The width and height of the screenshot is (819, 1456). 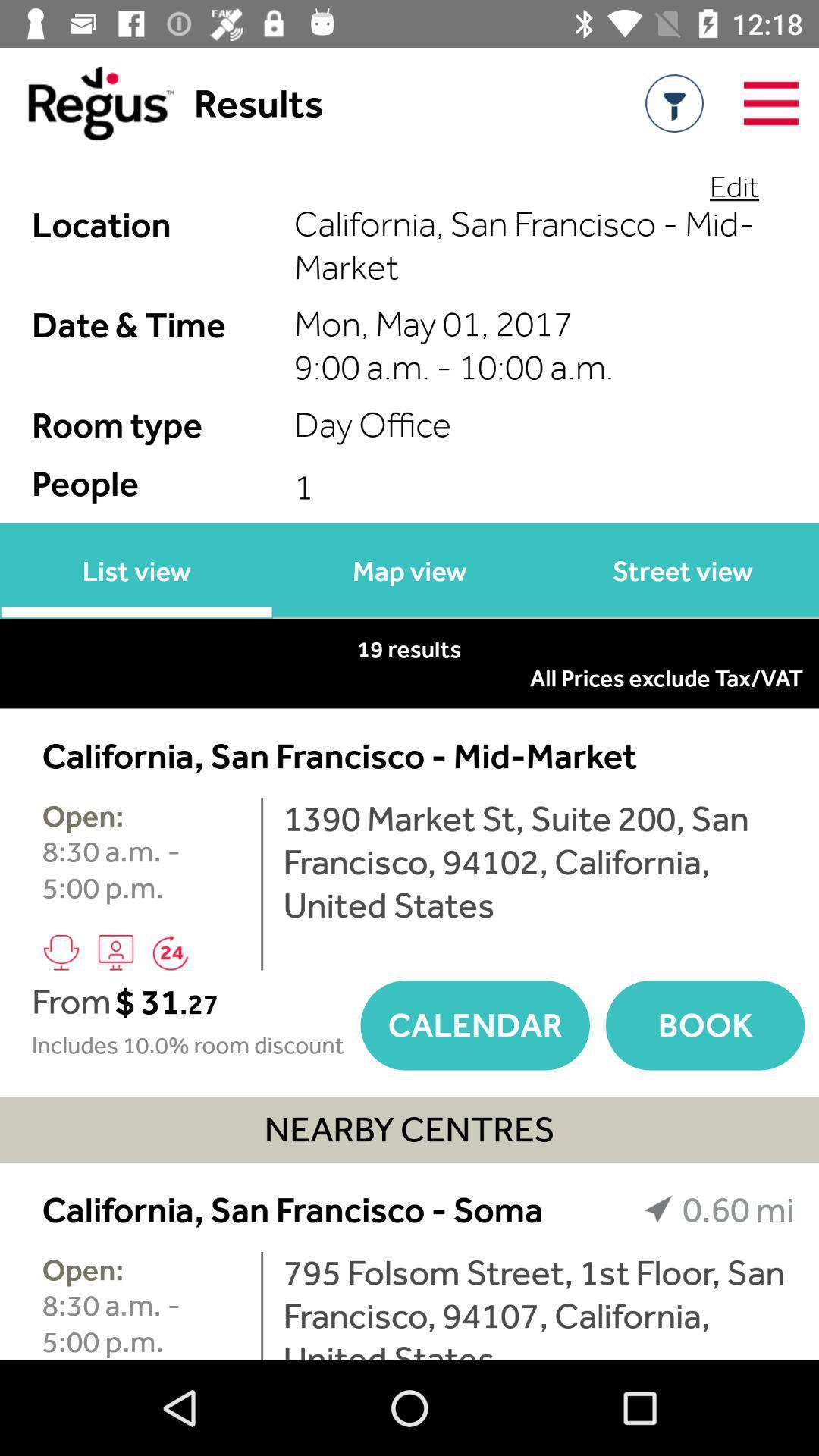 What do you see at coordinates (409, 677) in the screenshot?
I see `icon above california san francisco icon` at bounding box center [409, 677].